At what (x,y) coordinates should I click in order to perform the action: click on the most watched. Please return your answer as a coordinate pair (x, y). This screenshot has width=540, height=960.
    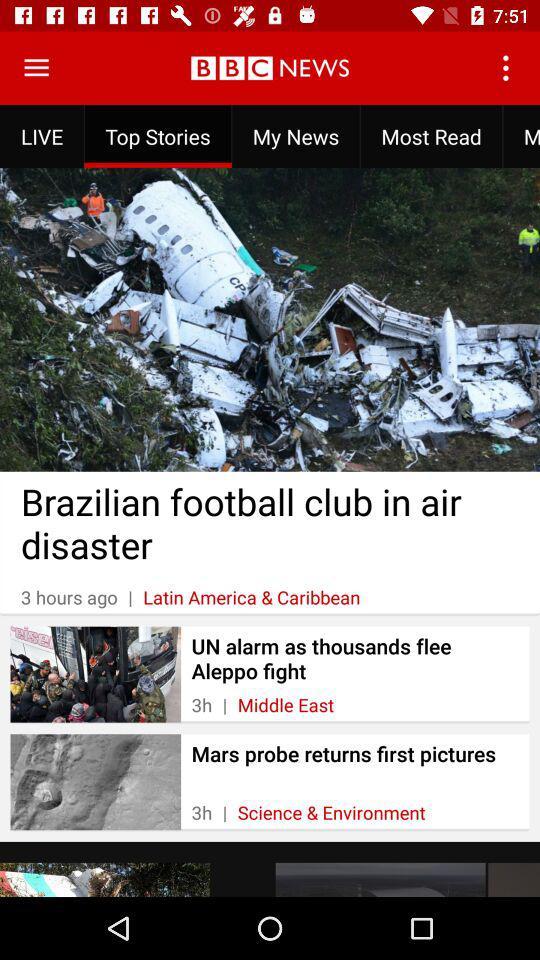
    Looking at the image, I should click on (521, 135).